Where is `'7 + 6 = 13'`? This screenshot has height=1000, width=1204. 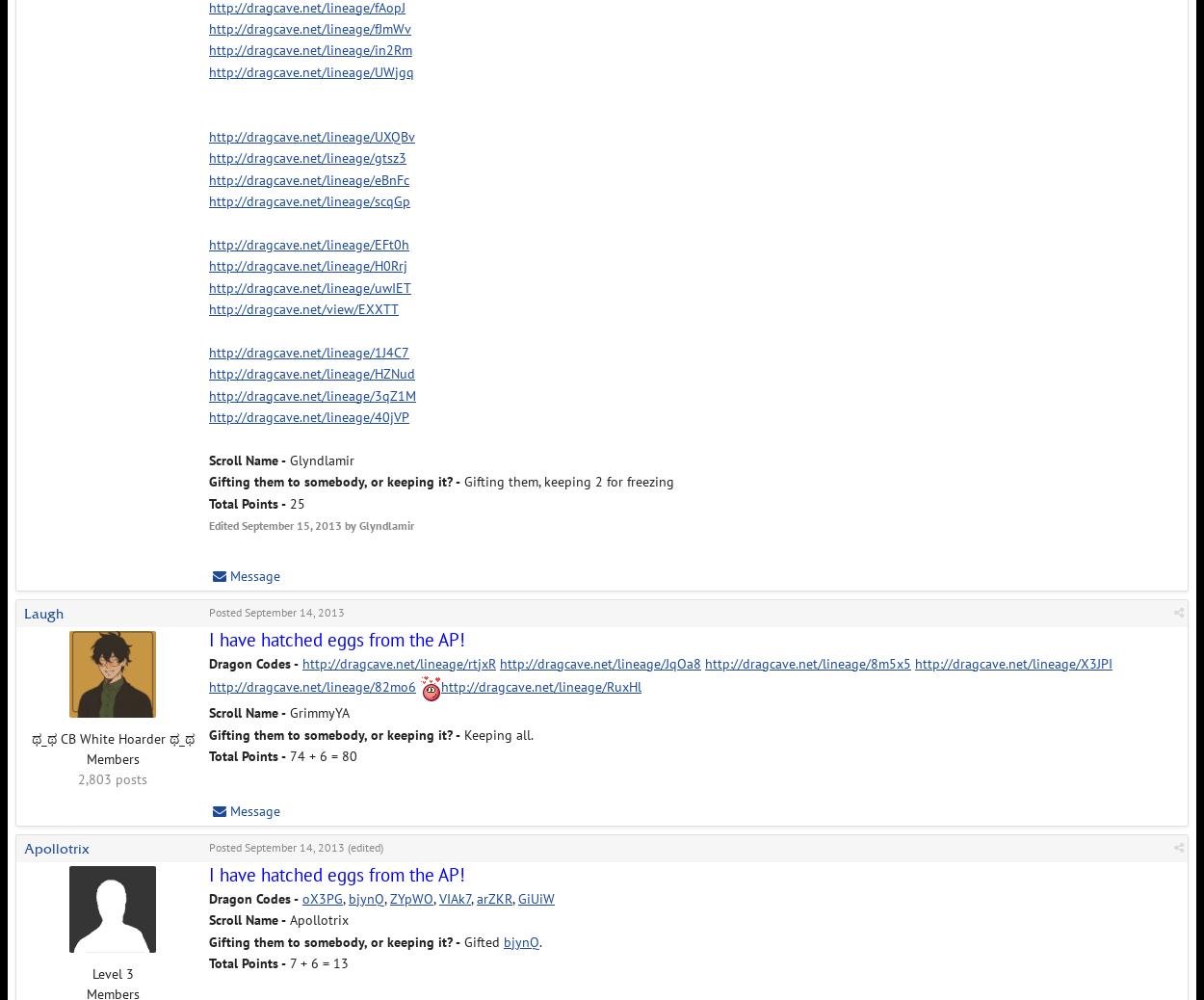 '7 + 6 = 13' is located at coordinates (316, 961).